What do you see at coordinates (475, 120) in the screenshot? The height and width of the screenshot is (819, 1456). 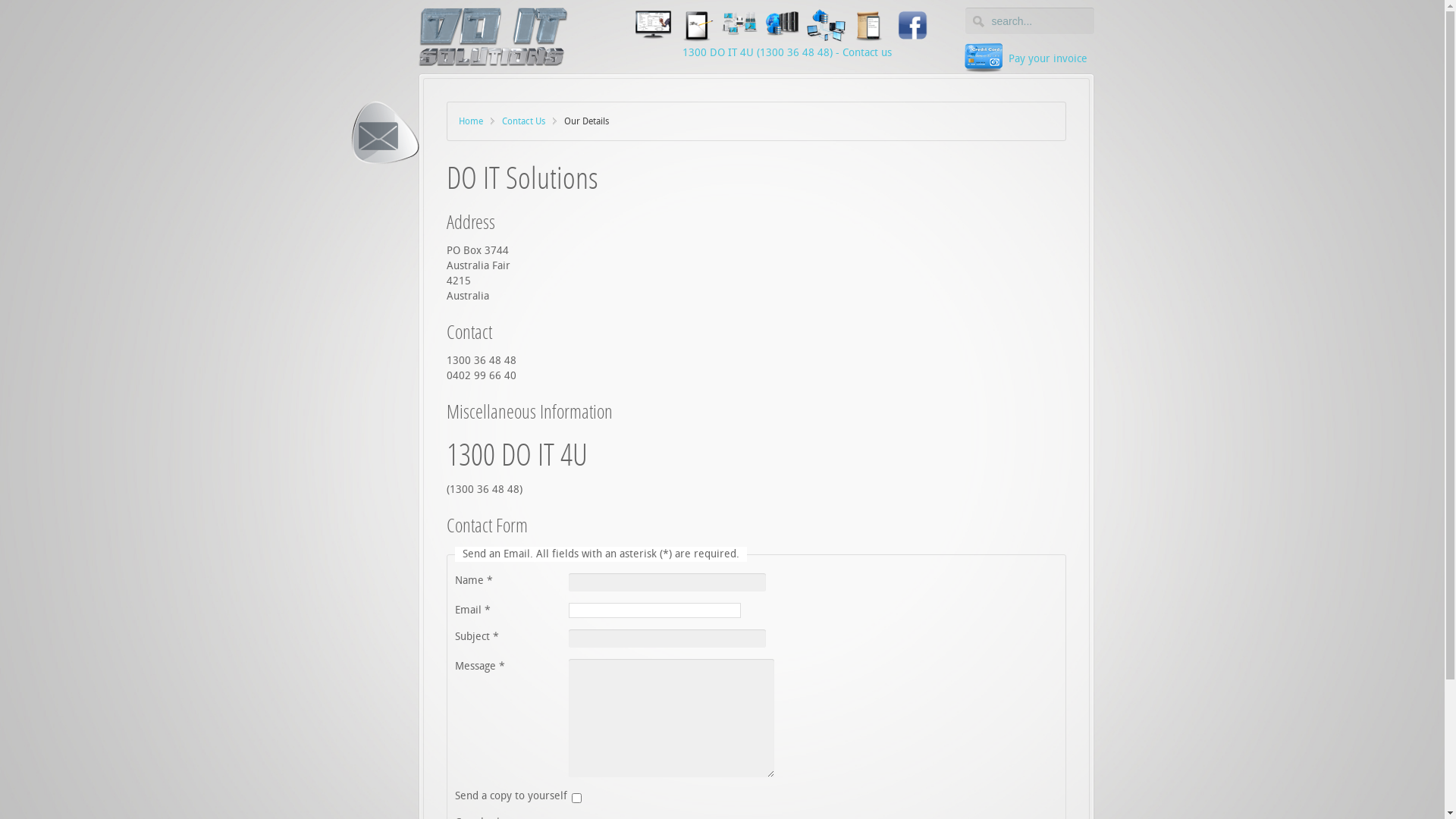 I see `'Home'` at bounding box center [475, 120].